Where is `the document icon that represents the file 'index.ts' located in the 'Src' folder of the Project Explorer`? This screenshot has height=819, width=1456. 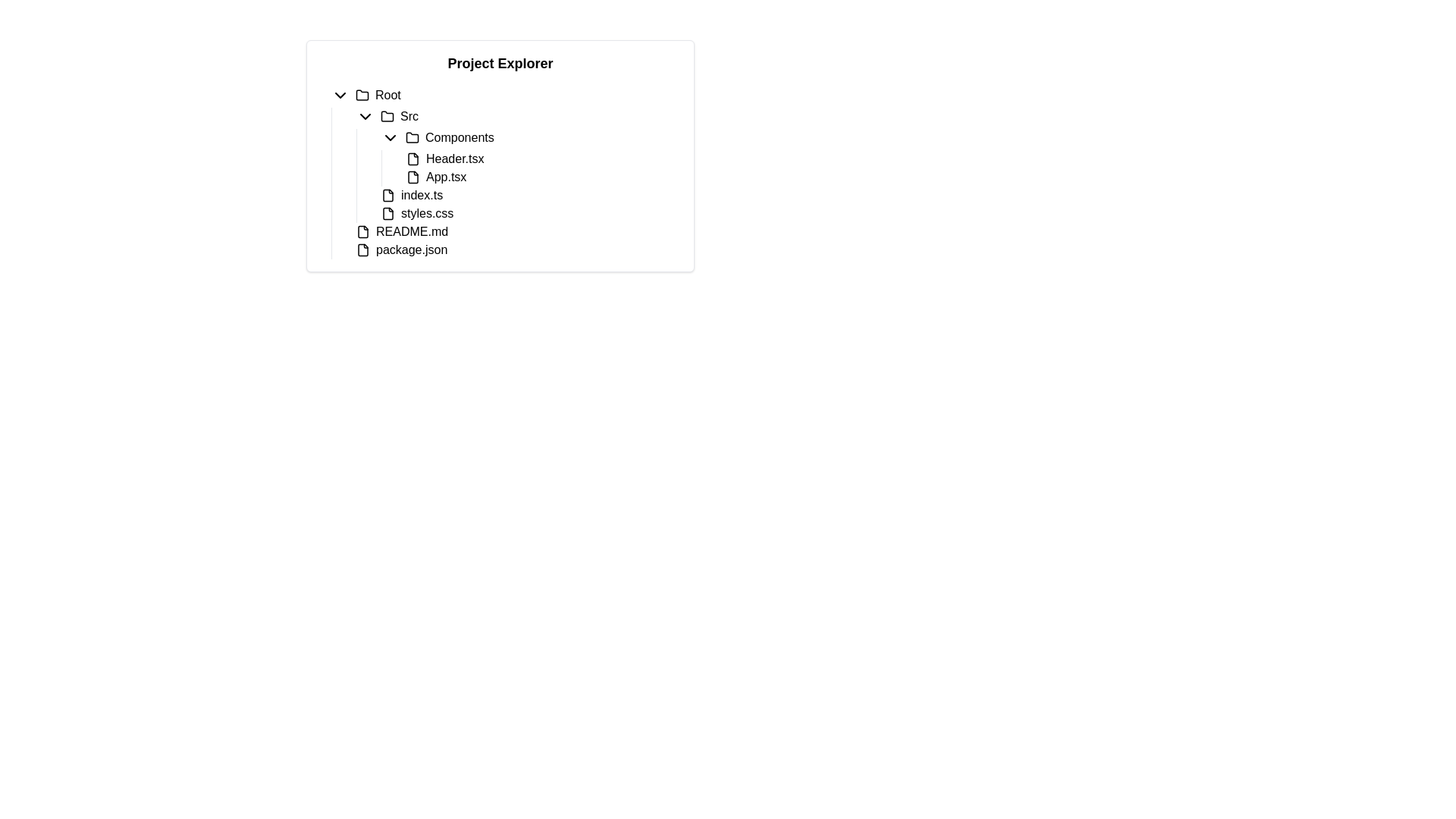
the document icon that represents the file 'index.ts' located in the 'Src' folder of the Project Explorer is located at coordinates (388, 195).